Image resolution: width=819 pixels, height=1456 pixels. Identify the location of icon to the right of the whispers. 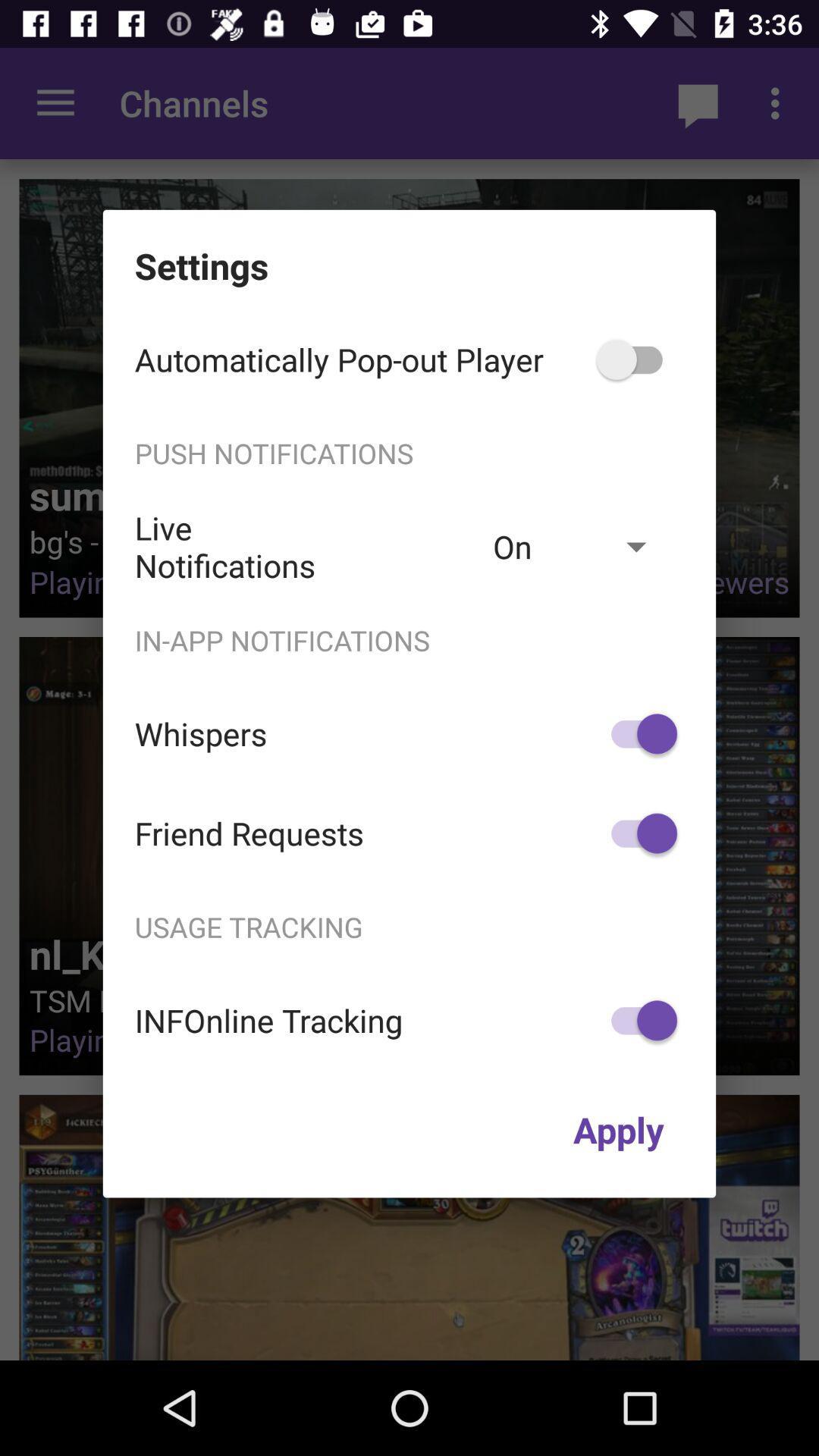
(637, 733).